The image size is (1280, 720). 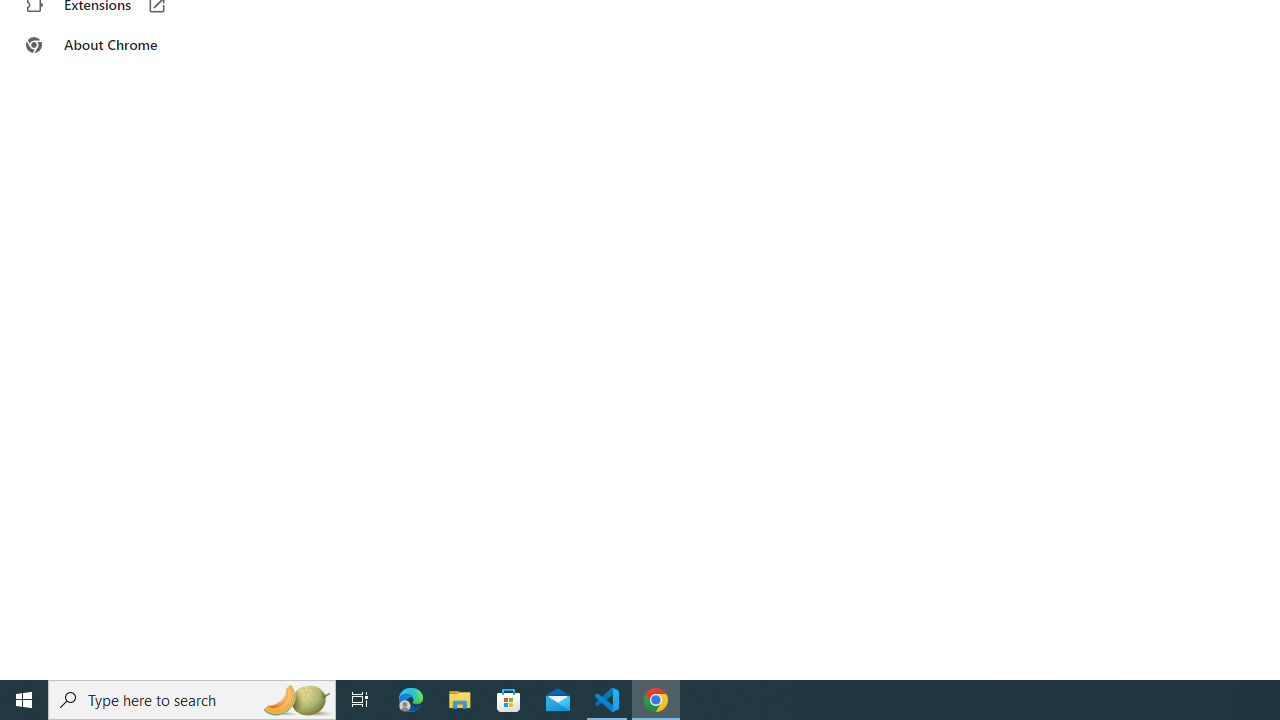 I want to click on 'Search highlights icon opens search home window', so click(x=294, y=698).